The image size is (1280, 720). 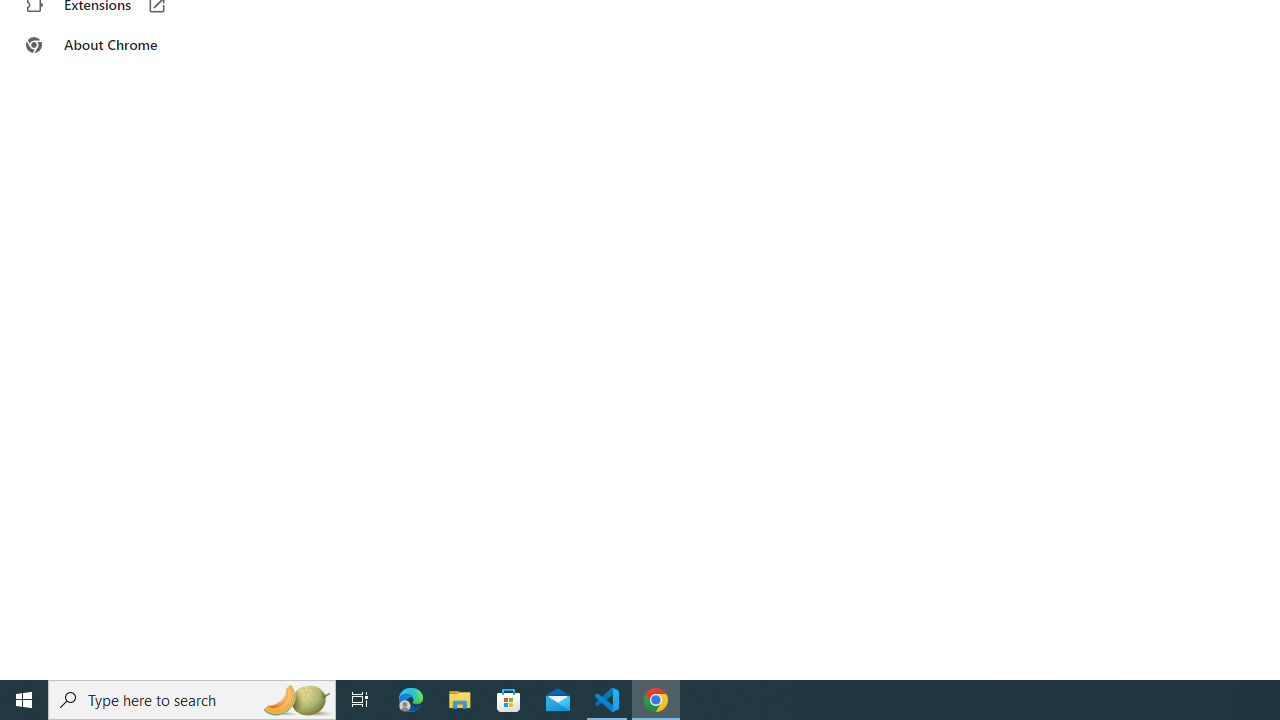 I want to click on 'Search highlights icon opens search home window', so click(x=294, y=698).